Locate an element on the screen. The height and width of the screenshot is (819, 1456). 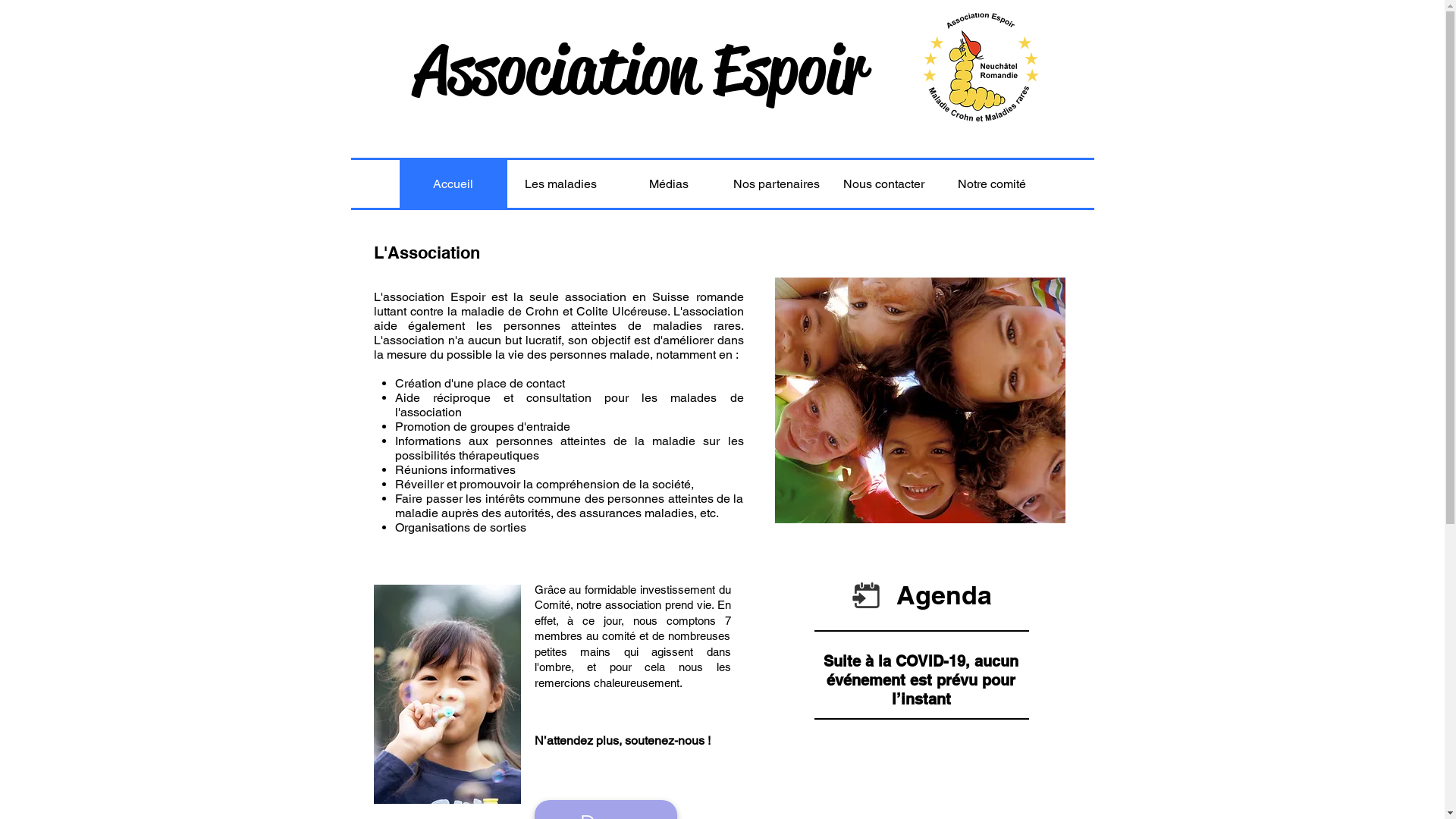
'Fille bulles gonflant' is located at coordinates (446, 694).